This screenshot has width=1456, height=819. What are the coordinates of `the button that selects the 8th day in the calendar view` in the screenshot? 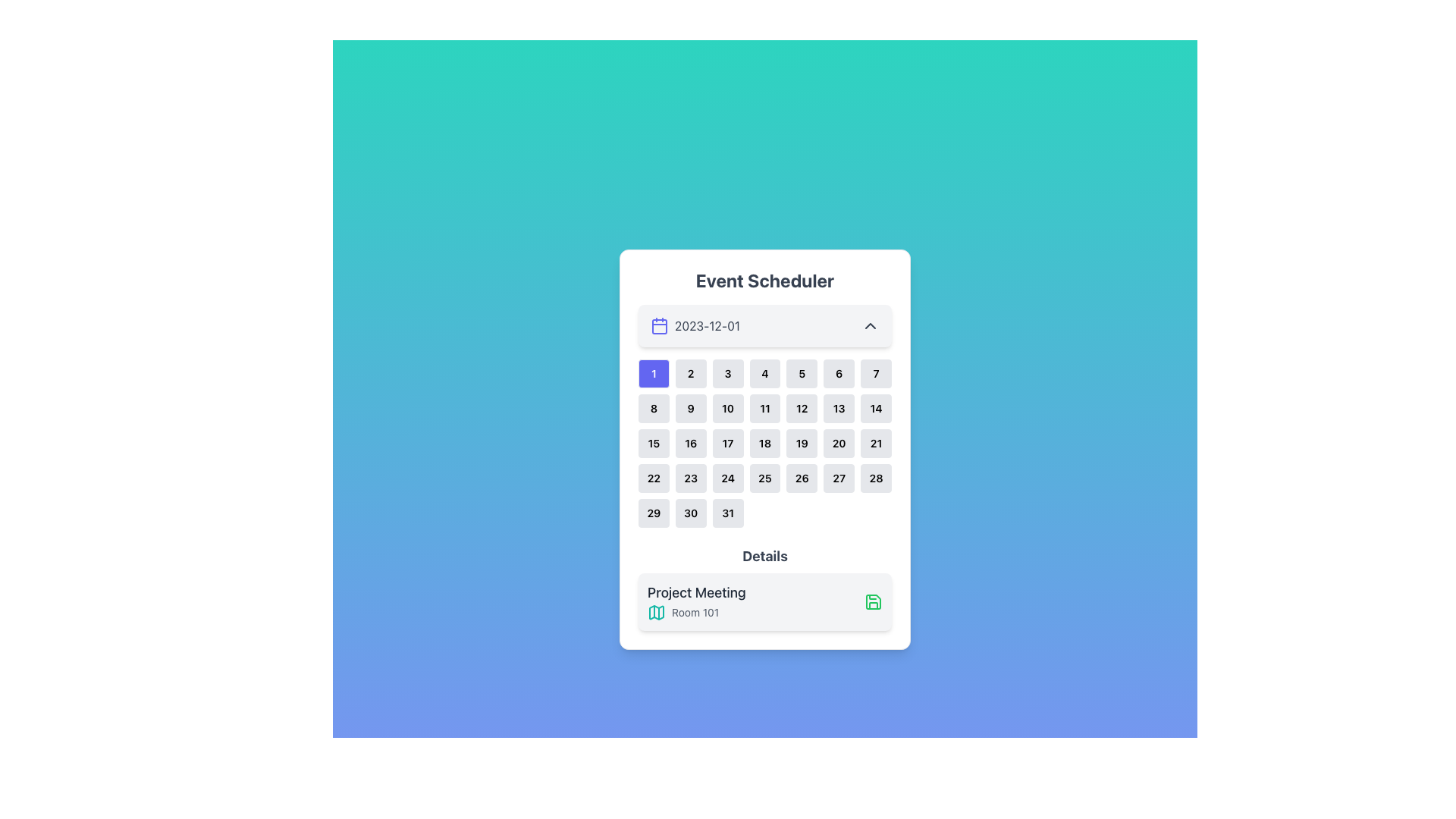 It's located at (654, 408).